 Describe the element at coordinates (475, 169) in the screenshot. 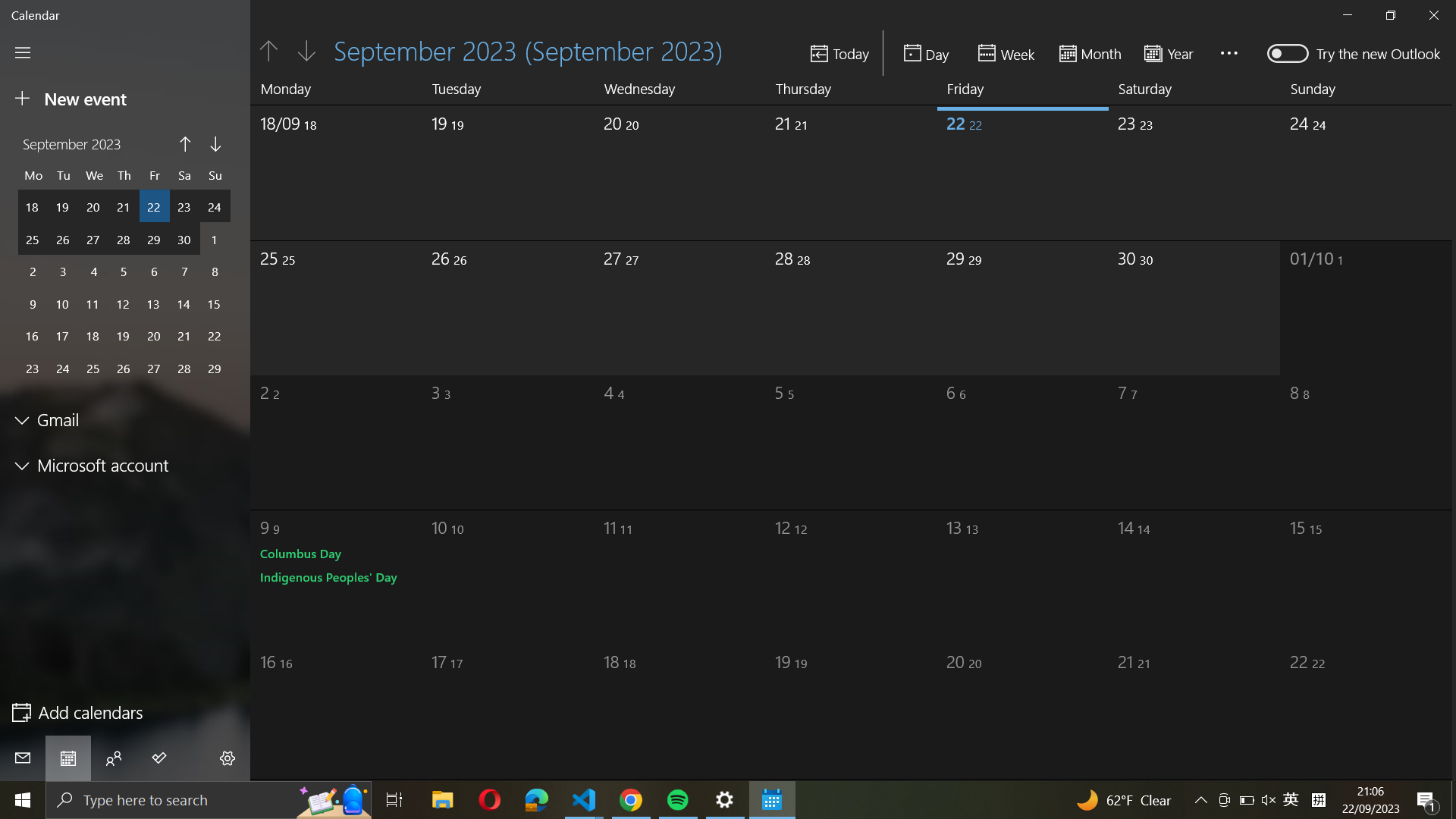

I see `Pick the date of September 19` at that location.